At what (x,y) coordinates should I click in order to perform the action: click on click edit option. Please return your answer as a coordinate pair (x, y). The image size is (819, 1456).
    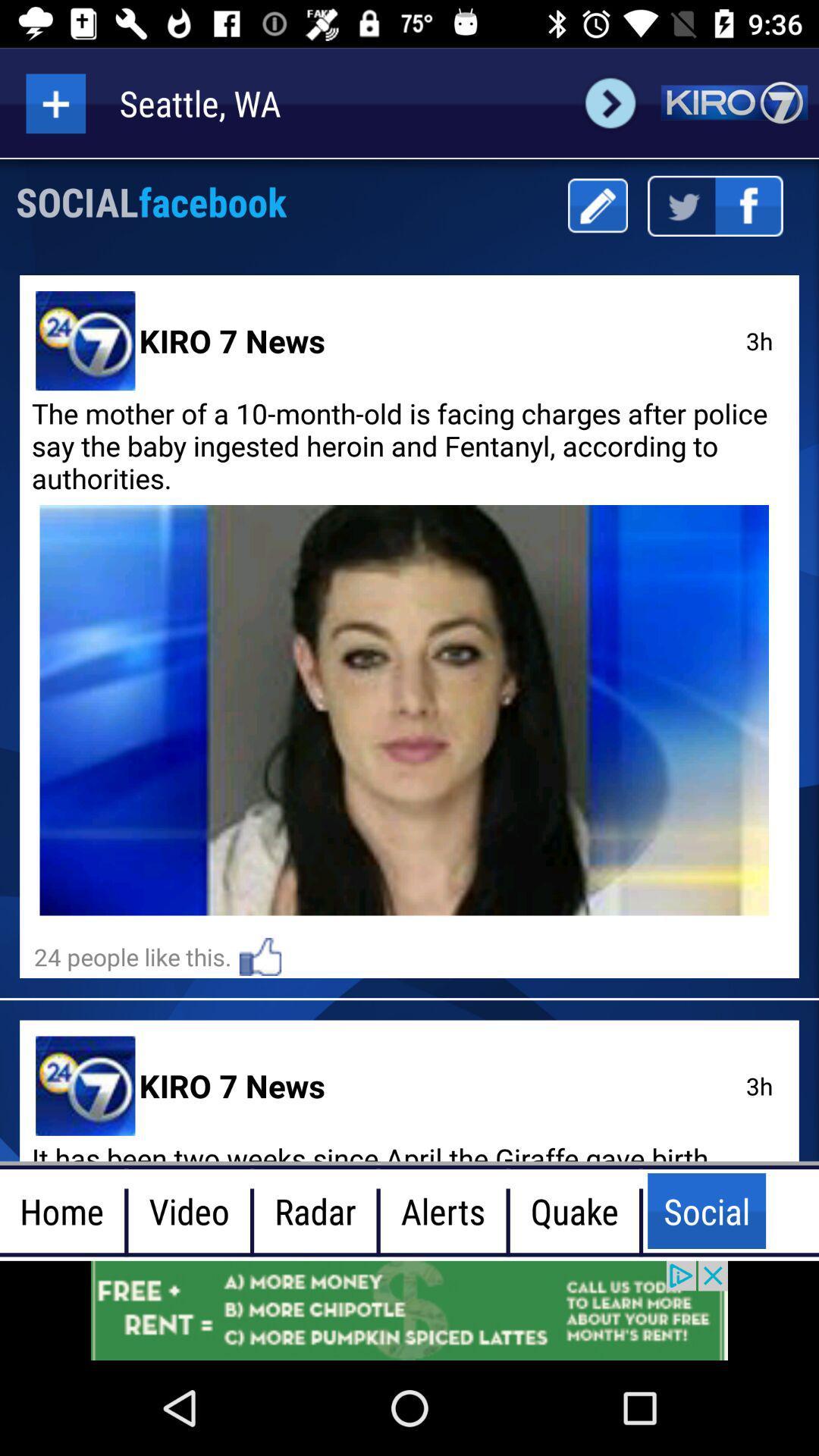
    Looking at the image, I should click on (597, 205).